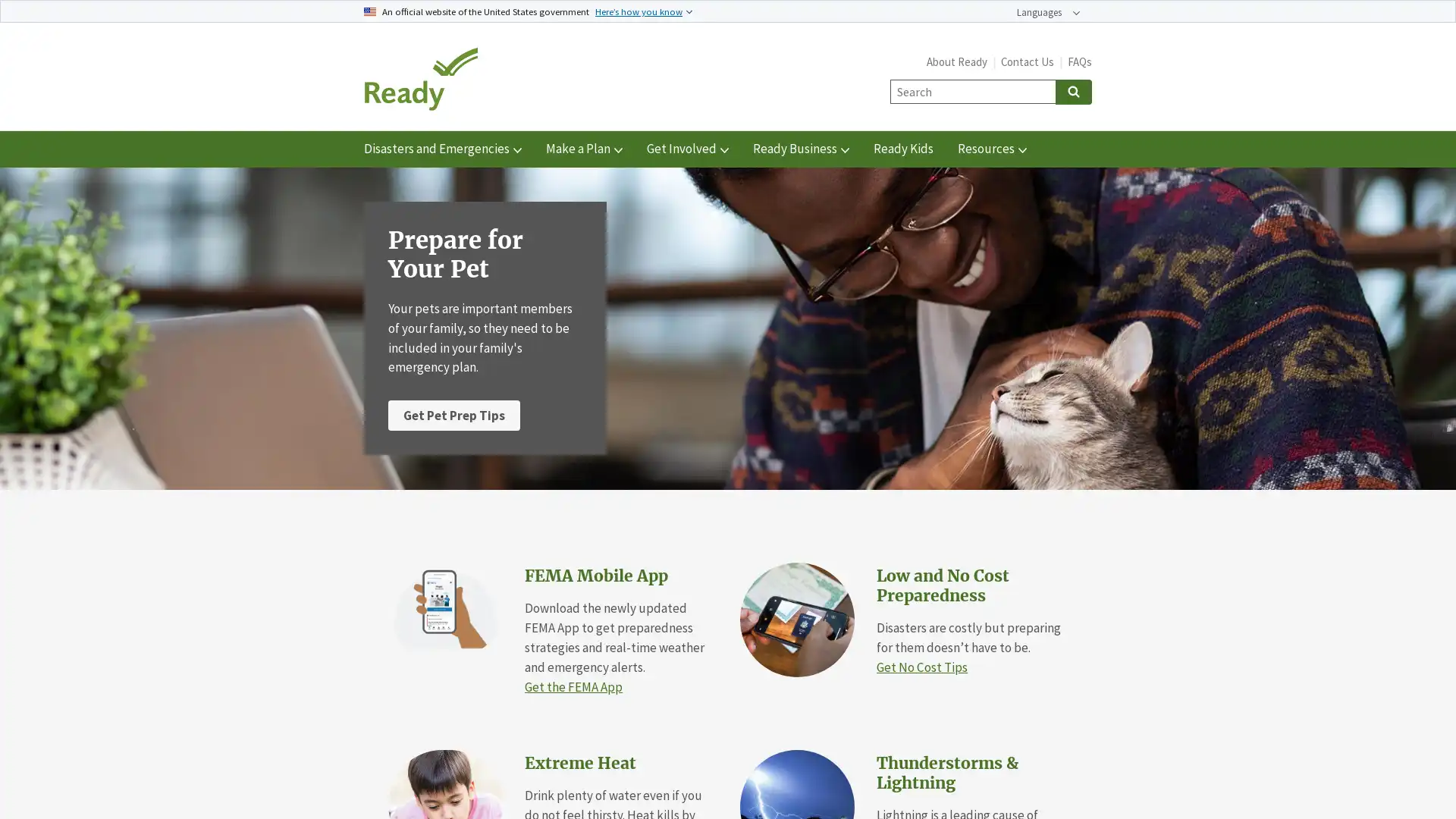 Image resolution: width=1456 pixels, height=819 pixels. I want to click on Ready Business, so click(800, 149).